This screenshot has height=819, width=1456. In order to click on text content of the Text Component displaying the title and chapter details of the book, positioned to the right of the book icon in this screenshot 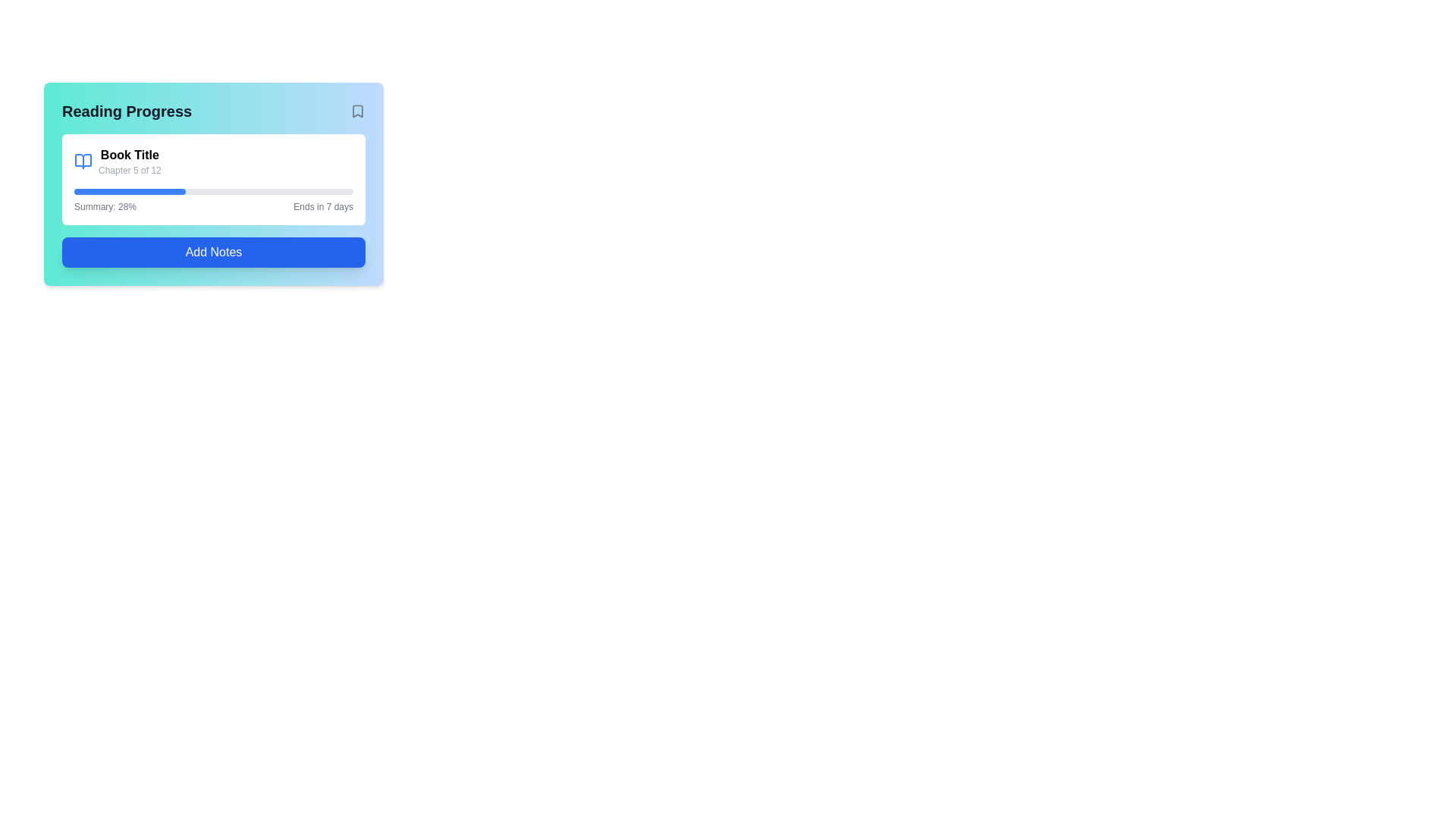, I will do `click(130, 161)`.